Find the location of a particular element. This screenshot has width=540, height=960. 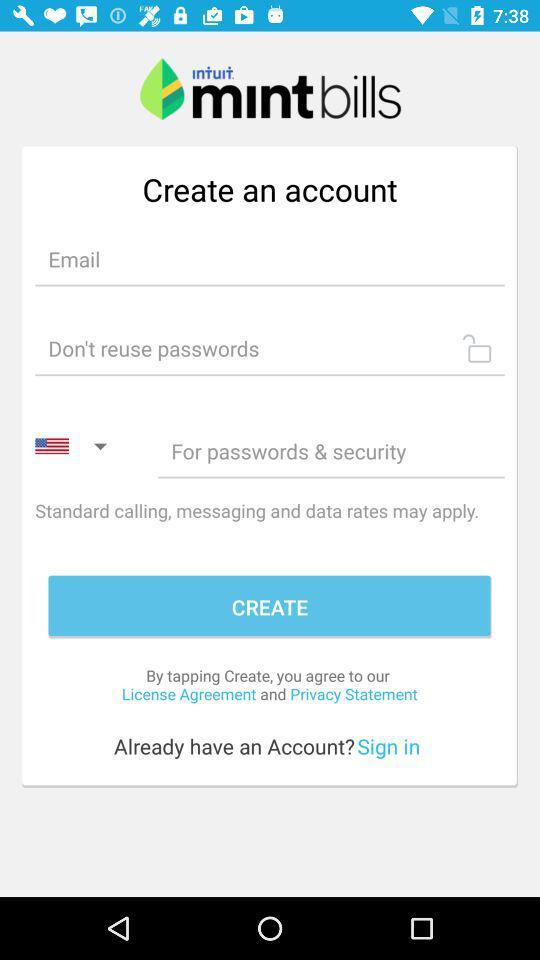

edit selection is located at coordinates (270, 258).